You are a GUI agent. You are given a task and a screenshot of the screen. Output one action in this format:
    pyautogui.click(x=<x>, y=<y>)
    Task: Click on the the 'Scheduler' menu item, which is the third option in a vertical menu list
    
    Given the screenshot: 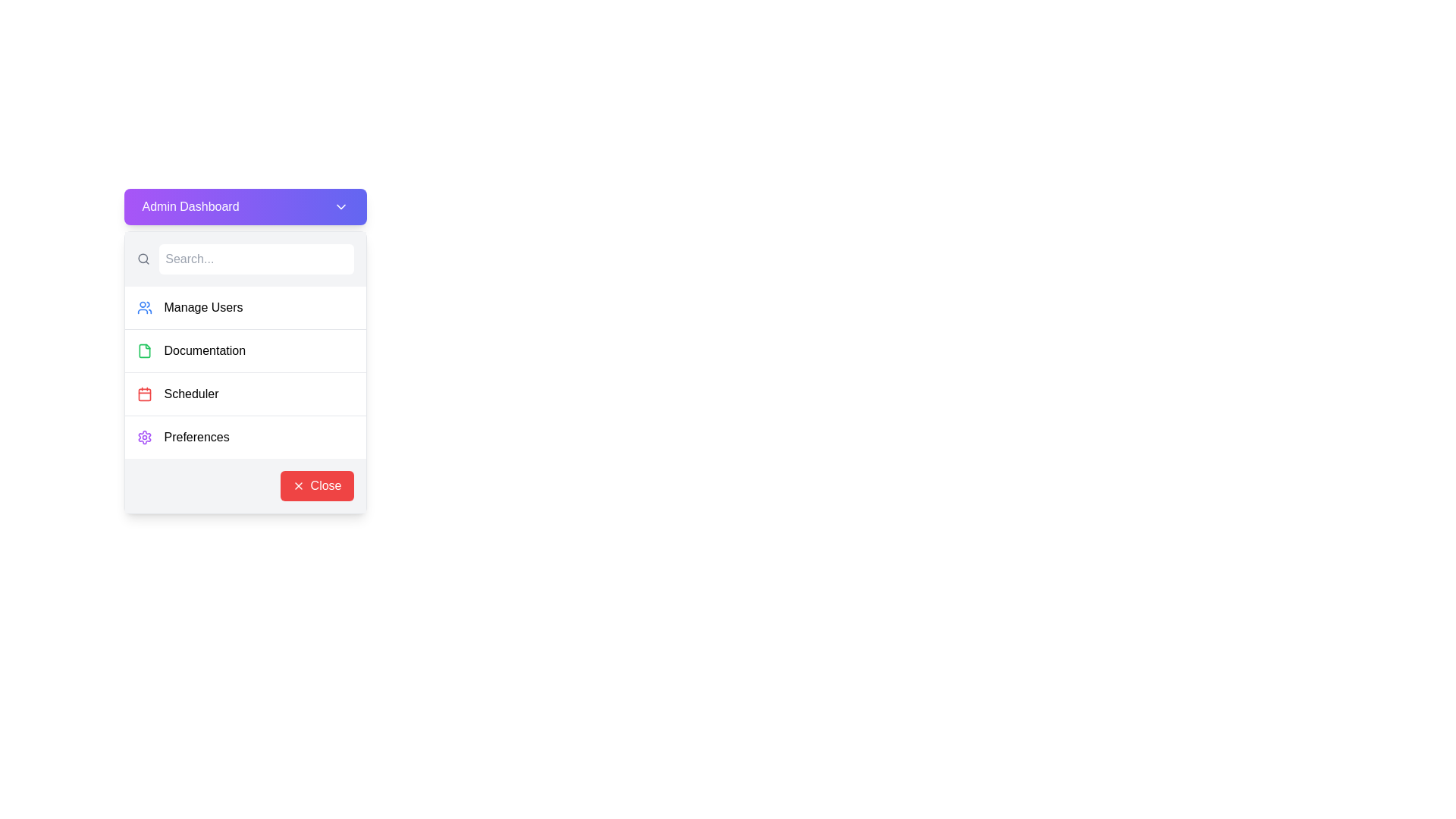 What is the action you would take?
    pyautogui.click(x=245, y=393)
    